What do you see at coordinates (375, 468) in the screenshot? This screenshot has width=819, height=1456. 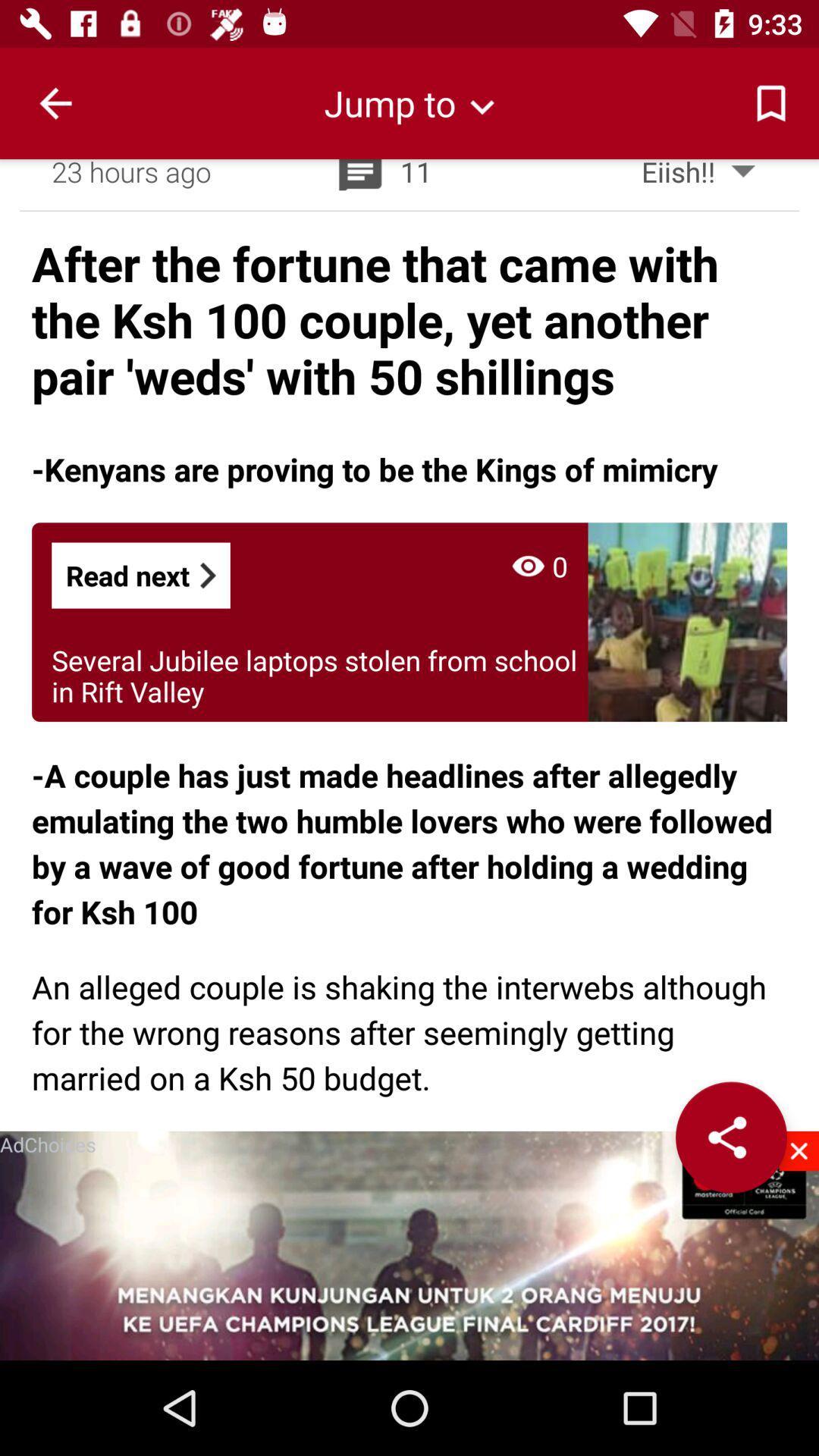 I see `item below after the fortune icon` at bounding box center [375, 468].